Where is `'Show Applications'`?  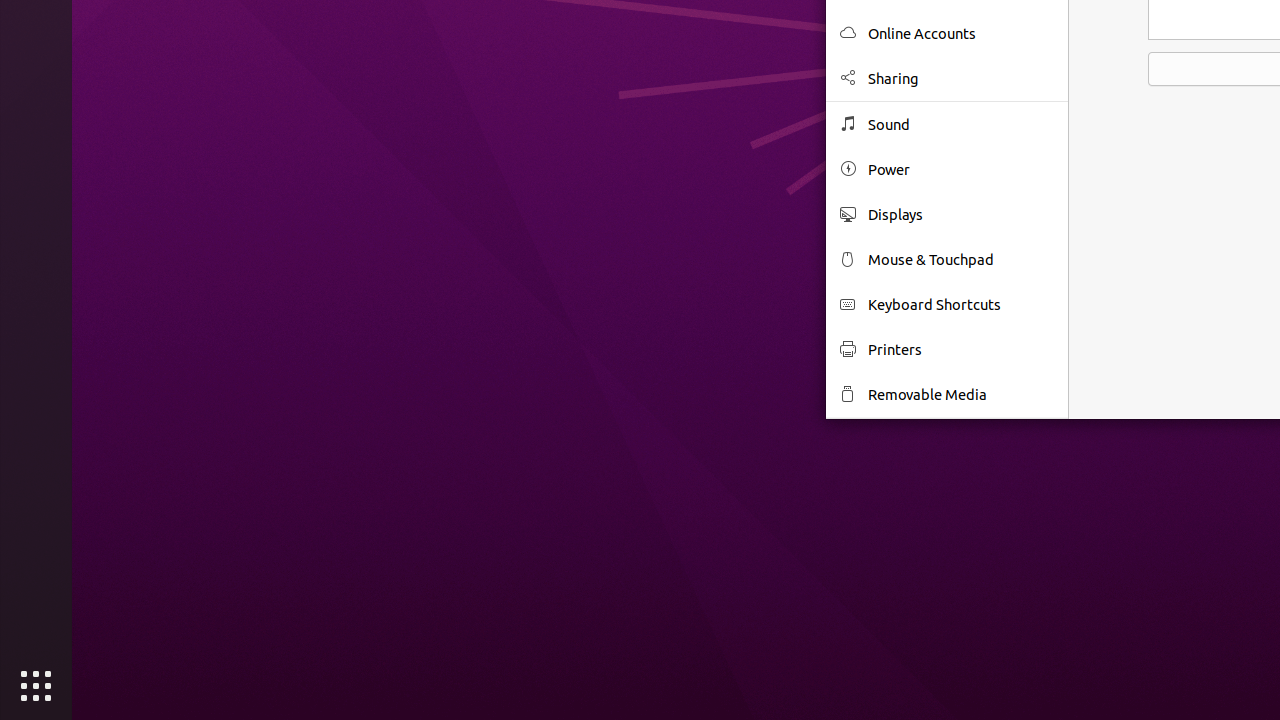 'Show Applications' is located at coordinates (35, 685).